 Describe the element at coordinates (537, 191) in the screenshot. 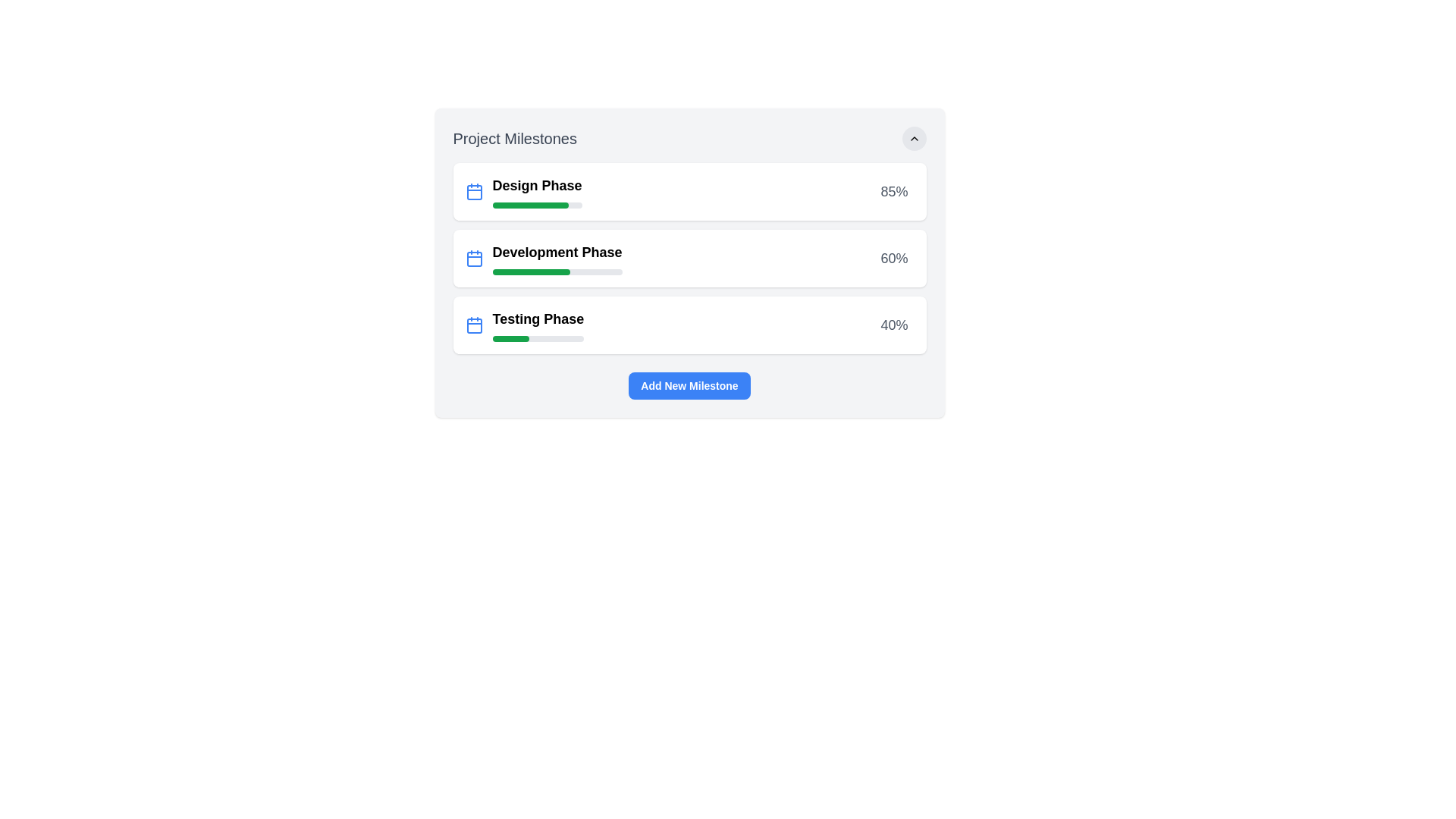

I see `the milestone header label located to the right of the blue calendar icon` at that location.